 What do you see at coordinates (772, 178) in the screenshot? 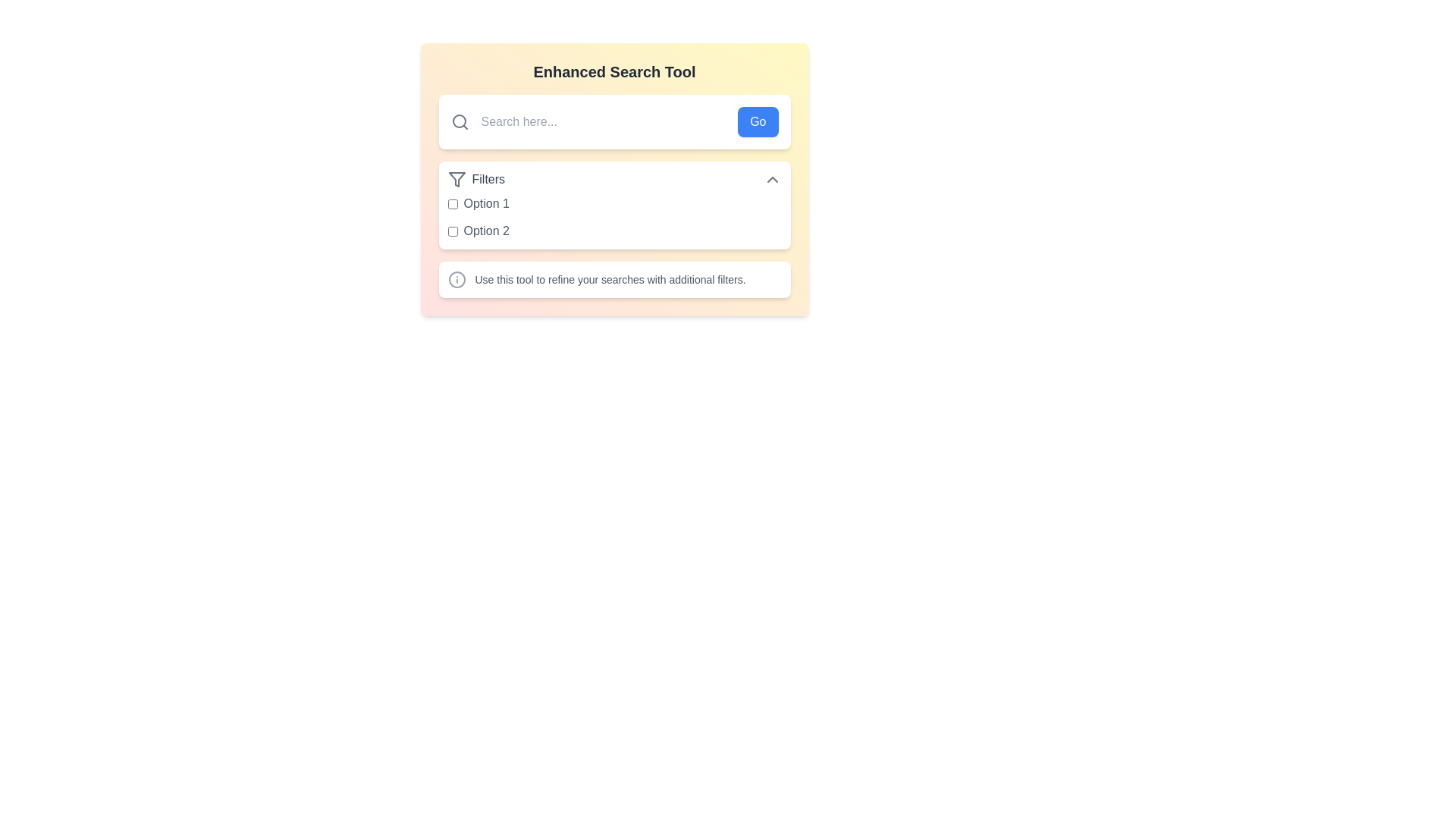
I see `the icon at the far right of the 'Filters' section` at bounding box center [772, 178].